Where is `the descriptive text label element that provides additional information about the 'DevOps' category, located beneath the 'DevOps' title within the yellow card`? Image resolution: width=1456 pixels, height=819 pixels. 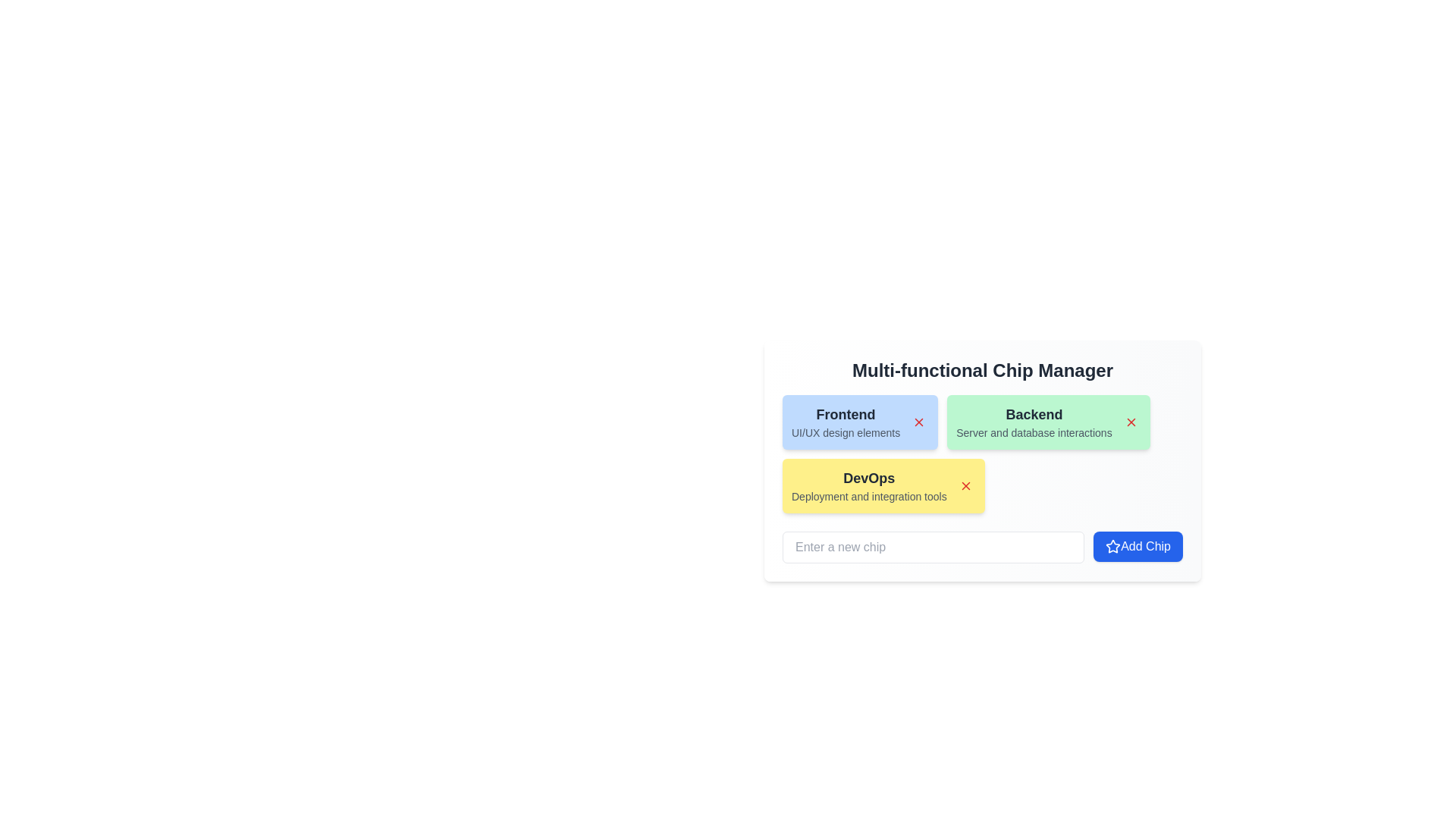
the descriptive text label element that provides additional information about the 'DevOps' category, located beneath the 'DevOps' title within the yellow card is located at coordinates (869, 497).